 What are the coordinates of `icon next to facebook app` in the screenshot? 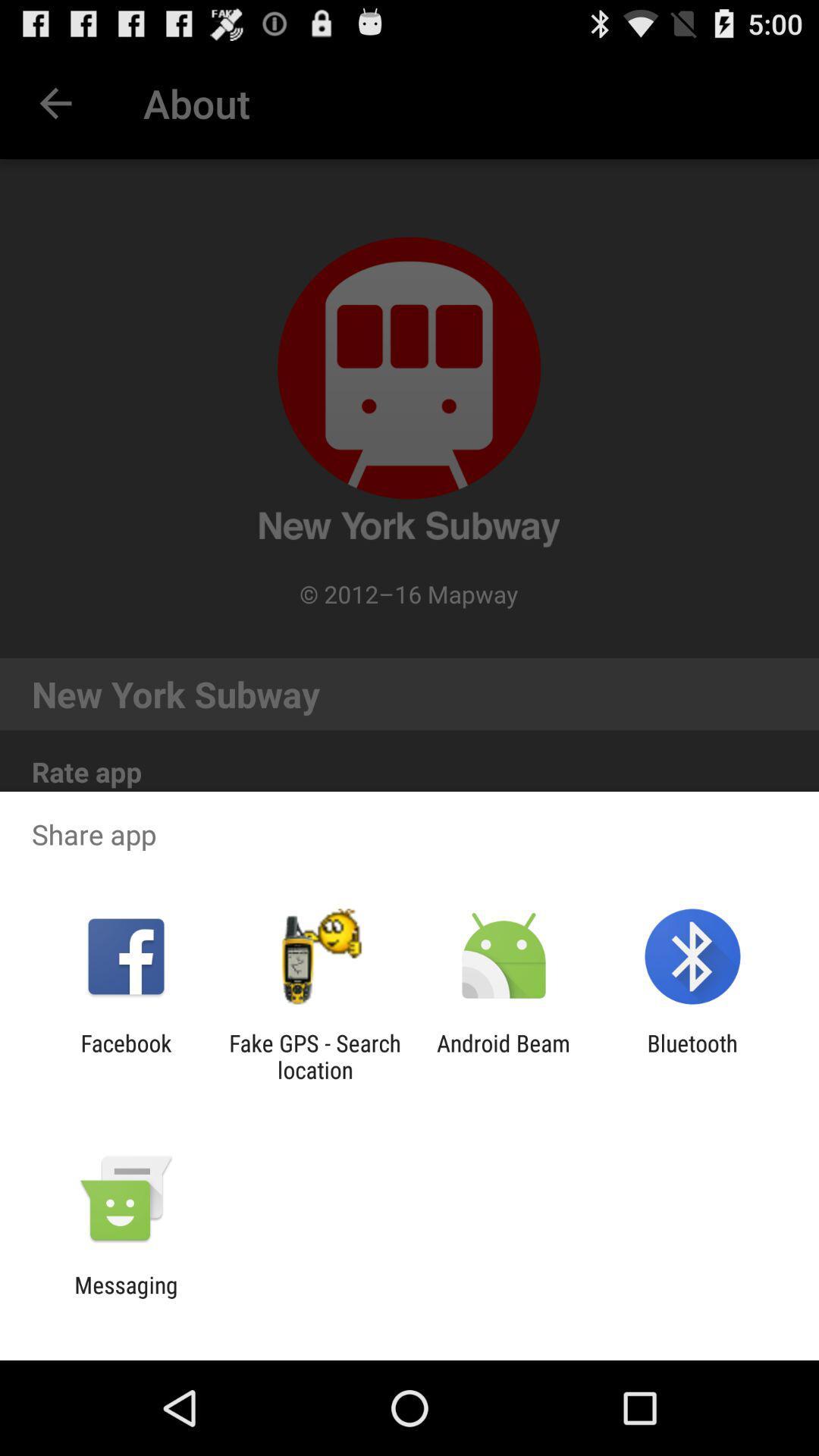 It's located at (314, 1056).